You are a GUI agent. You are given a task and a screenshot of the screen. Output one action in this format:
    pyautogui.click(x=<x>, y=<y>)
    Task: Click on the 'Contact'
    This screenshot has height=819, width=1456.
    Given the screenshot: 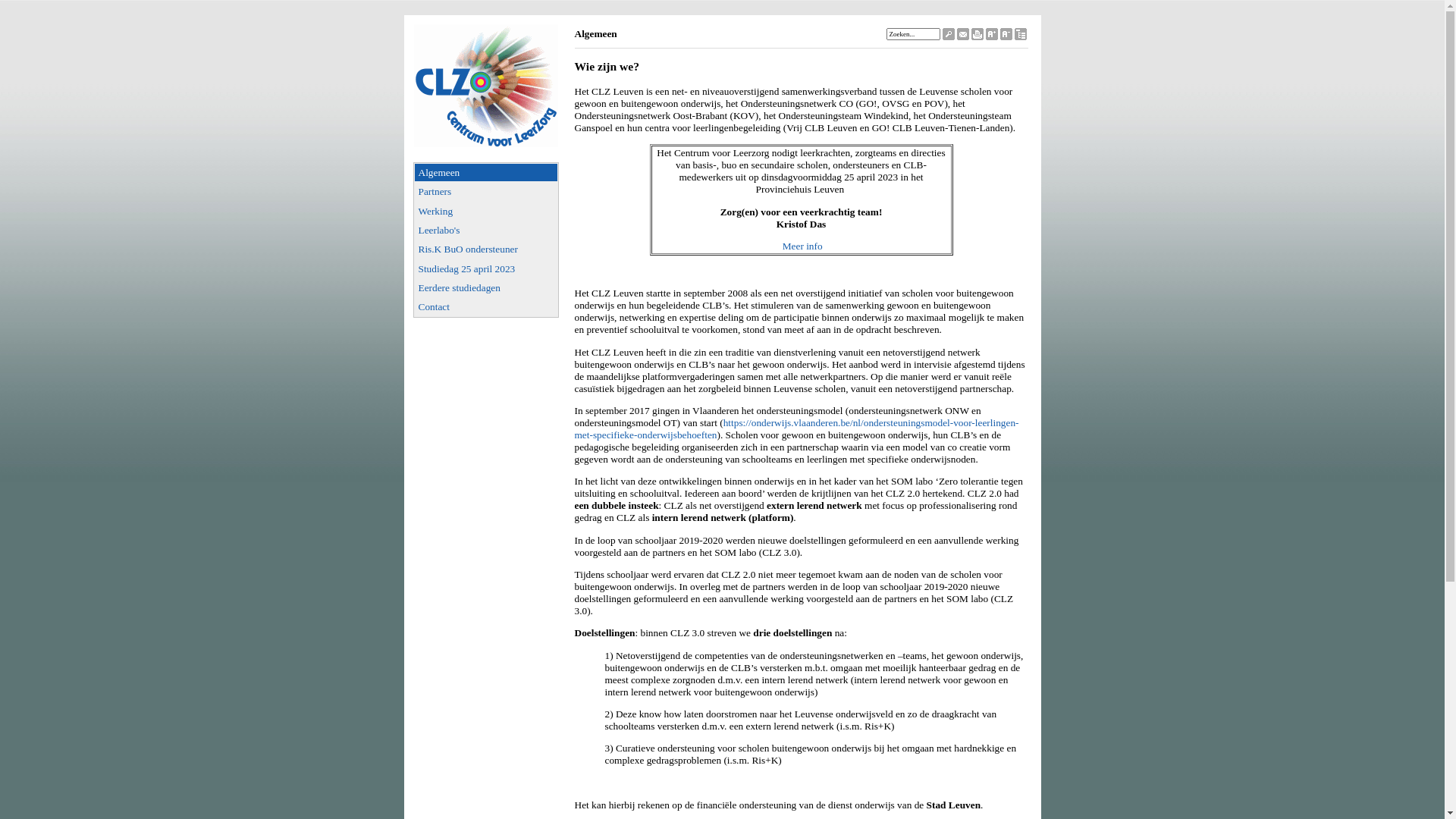 What is the action you would take?
    pyautogui.click(x=414, y=306)
    